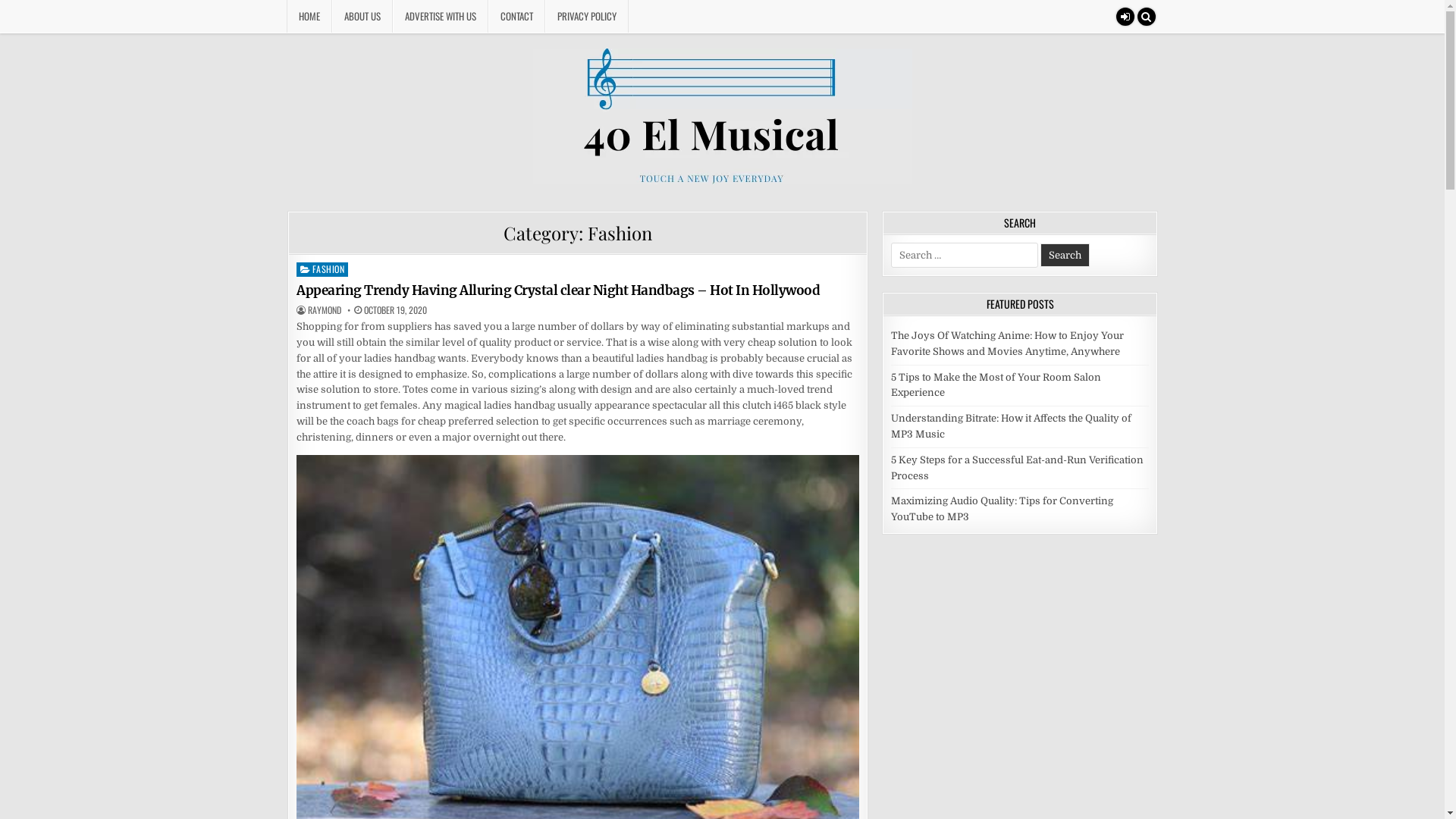 This screenshot has width=1456, height=819. I want to click on 'Search', so click(1147, 17).